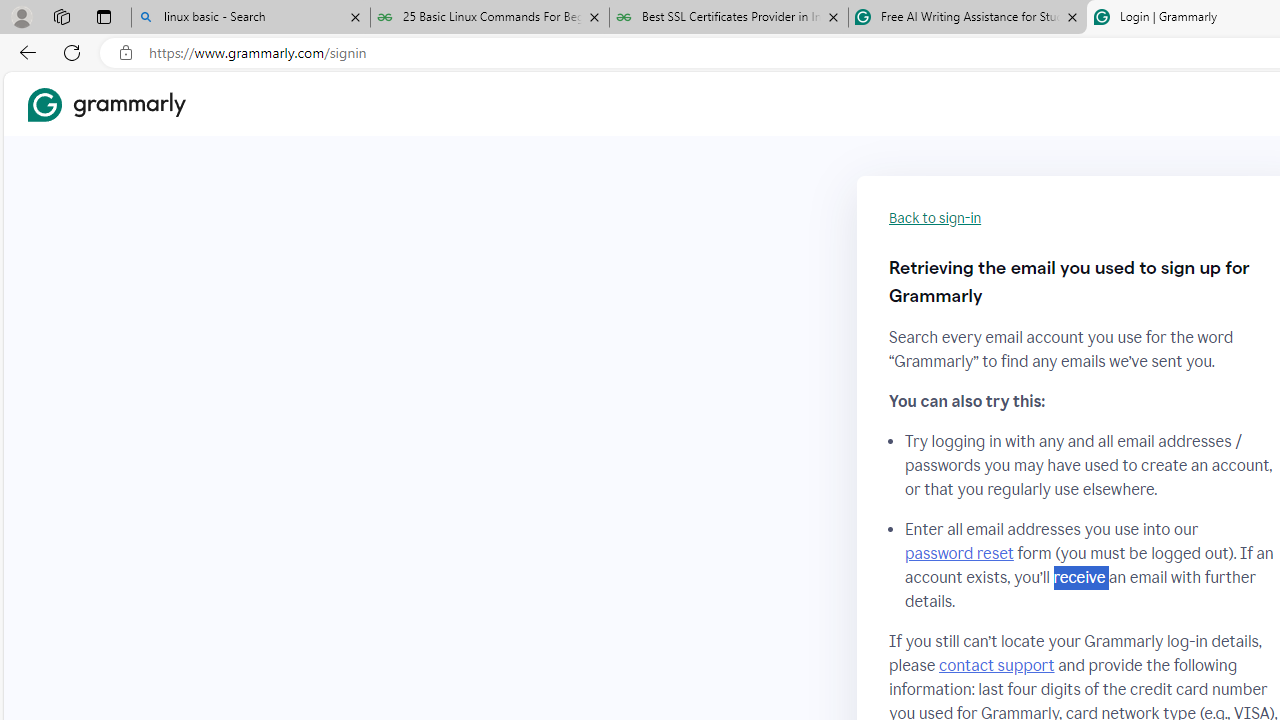 The width and height of the screenshot is (1280, 720). What do you see at coordinates (728, 17) in the screenshot?
I see `'Best SSL Certificates Provider in India - GeeksforGeeks'` at bounding box center [728, 17].